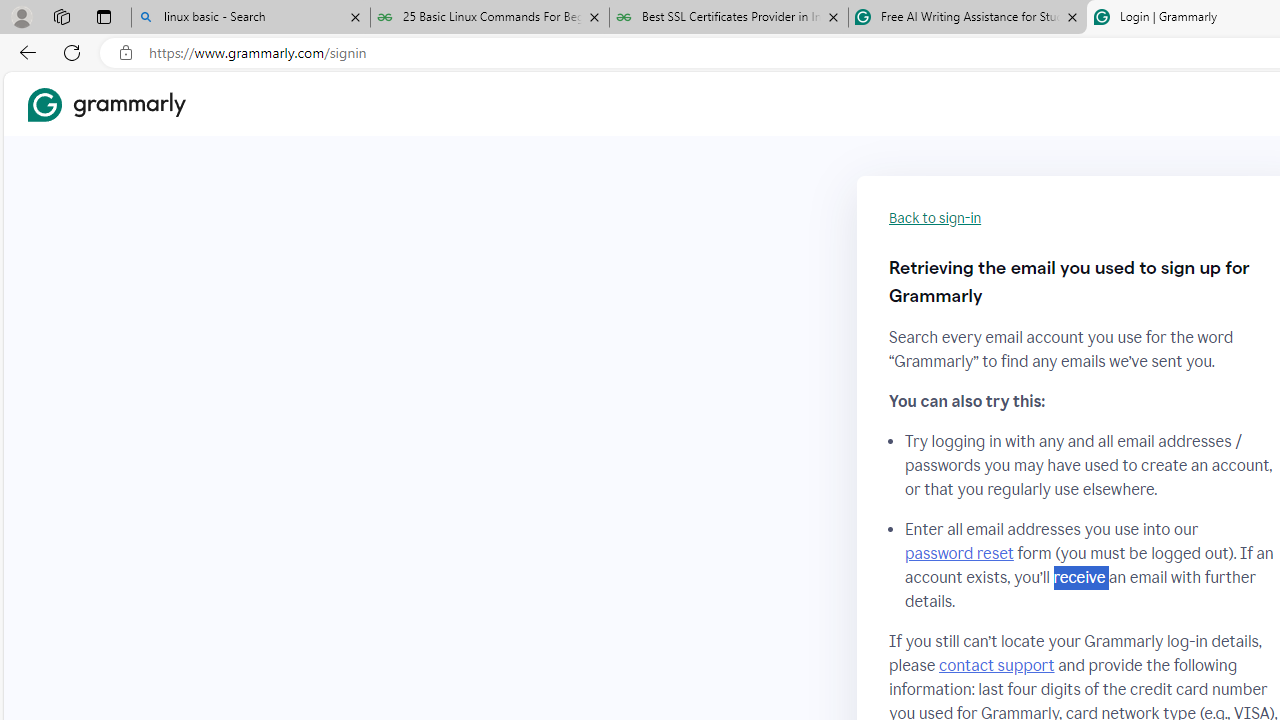 The width and height of the screenshot is (1280, 720). What do you see at coordinates (728, 17) in the screenshot?
I see `'Best SSL Certificates Provider in India - GeeksforGeeks'` at bounding box center [728, 17].